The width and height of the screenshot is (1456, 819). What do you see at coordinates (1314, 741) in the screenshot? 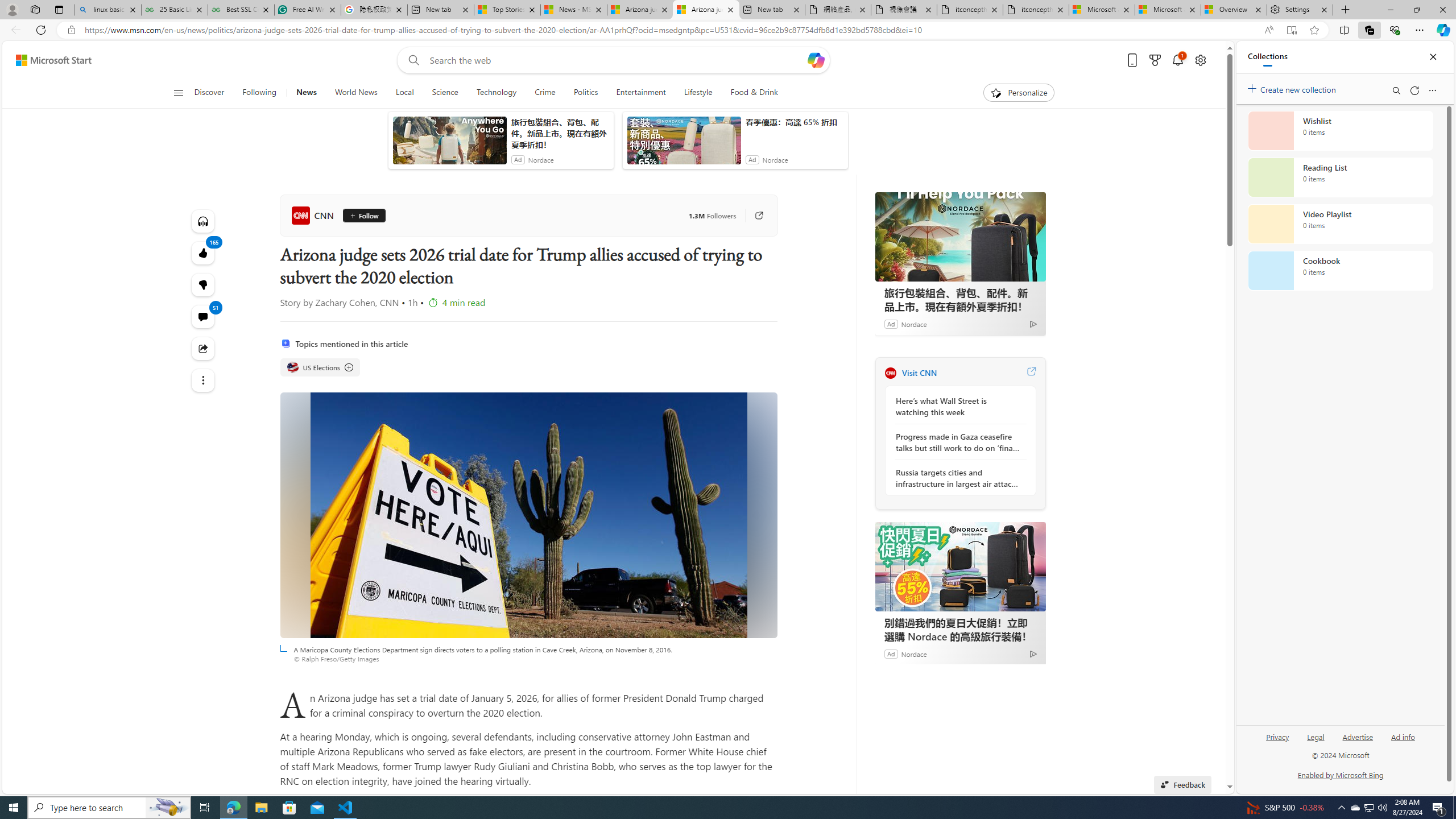
I see `'Legal'` at bounding box center [1314, 741].